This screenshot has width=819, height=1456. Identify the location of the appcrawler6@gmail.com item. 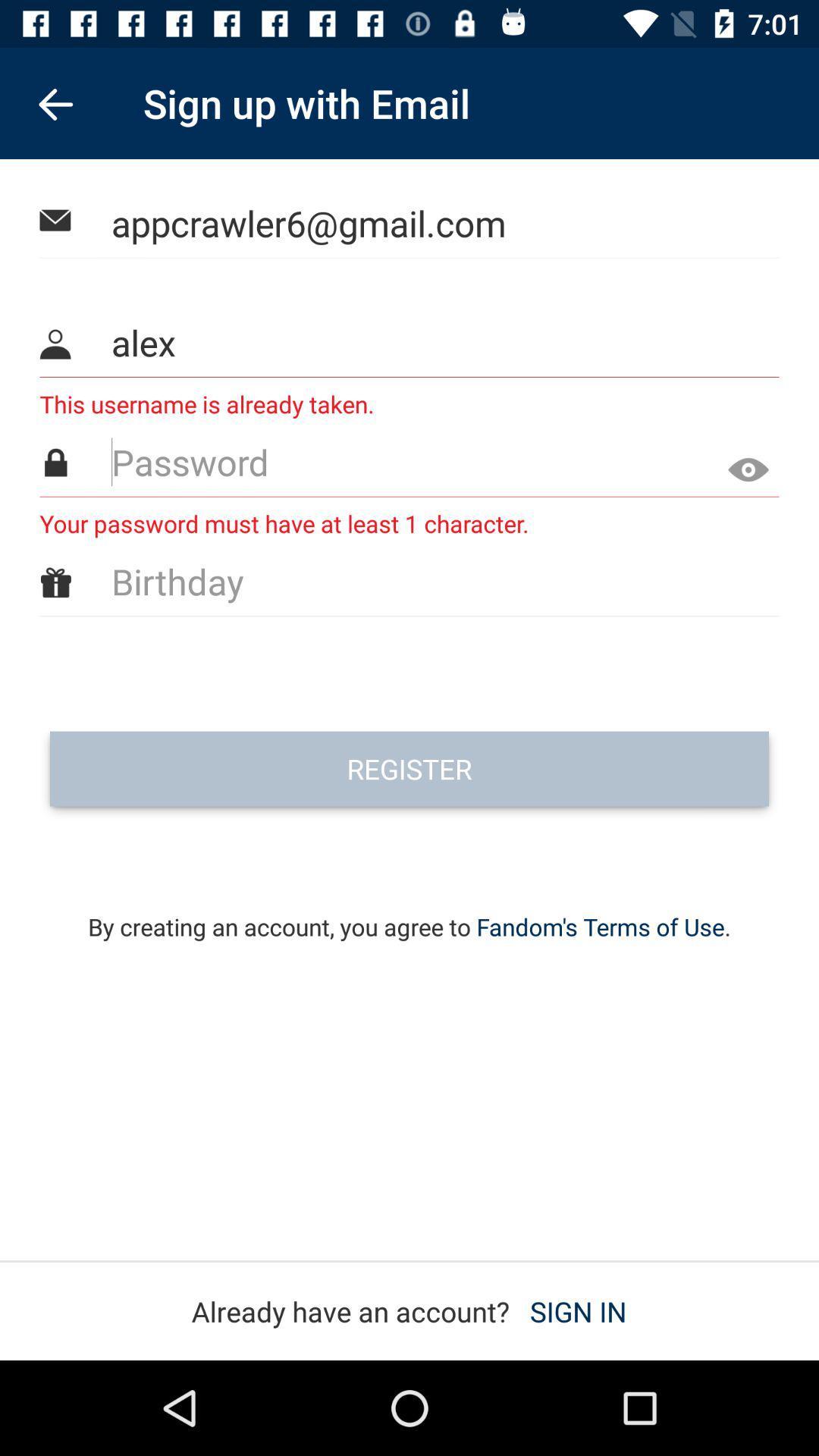
(410, 222).